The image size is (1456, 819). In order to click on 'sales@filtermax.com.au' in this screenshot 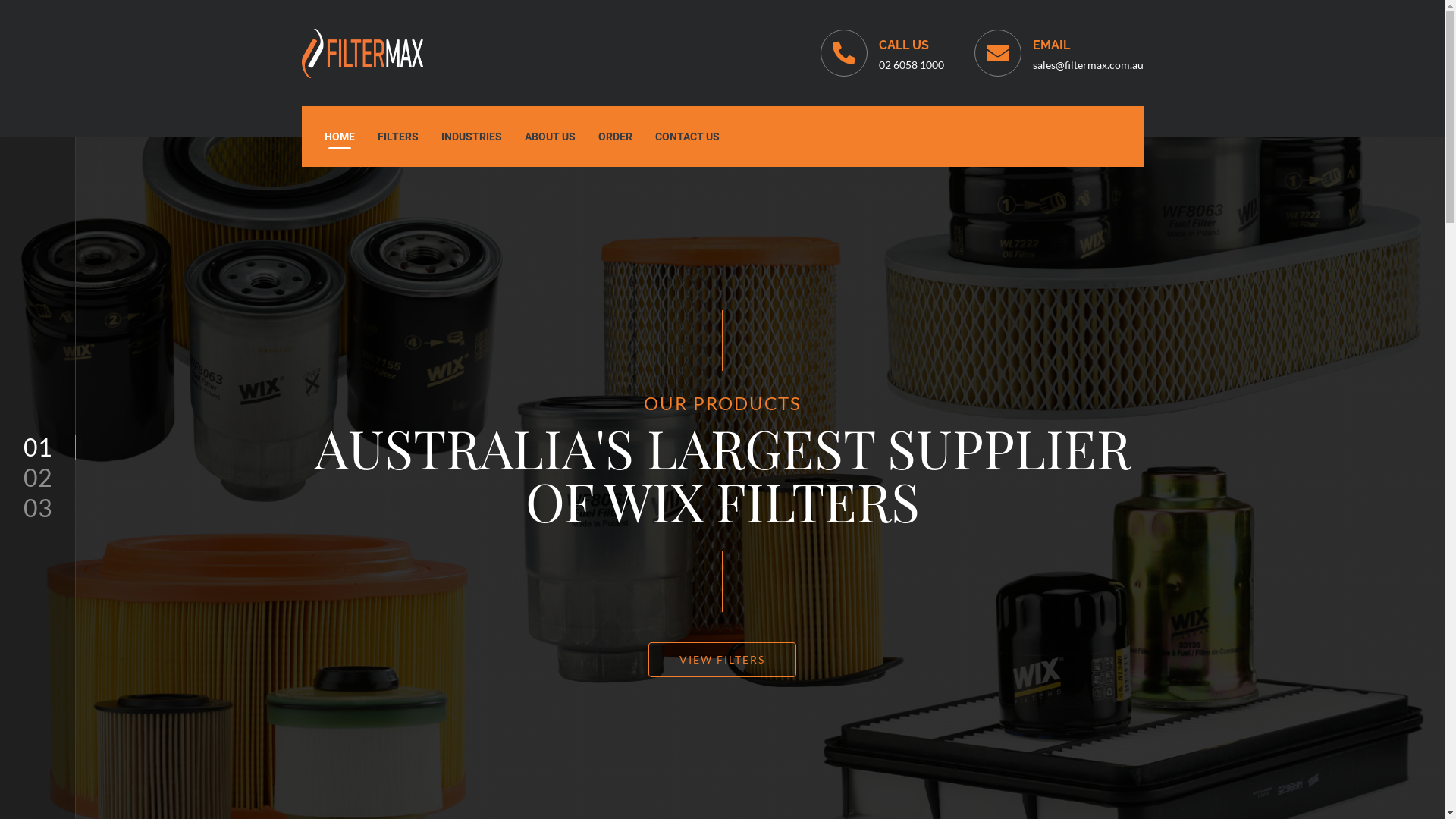, I will do `click(1087, 64)`.